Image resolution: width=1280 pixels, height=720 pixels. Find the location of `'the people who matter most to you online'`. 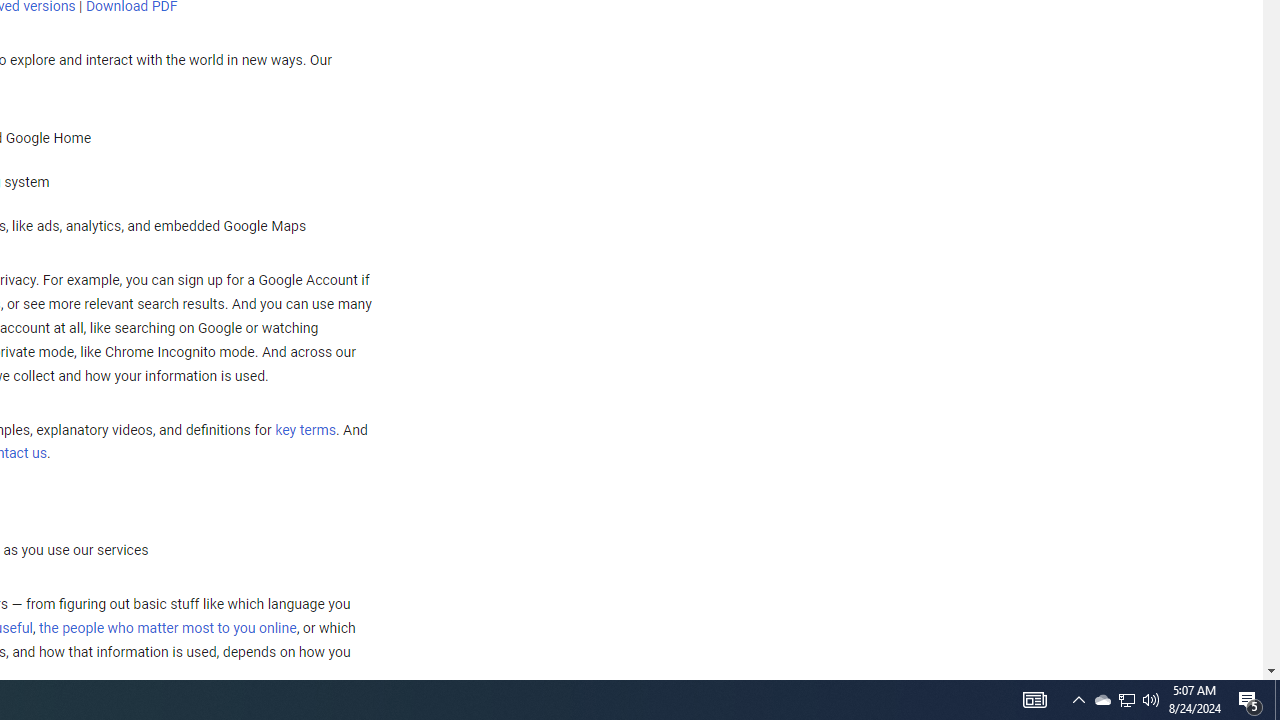

'the people who matter most to you online' is located at coordinates (167, 627).